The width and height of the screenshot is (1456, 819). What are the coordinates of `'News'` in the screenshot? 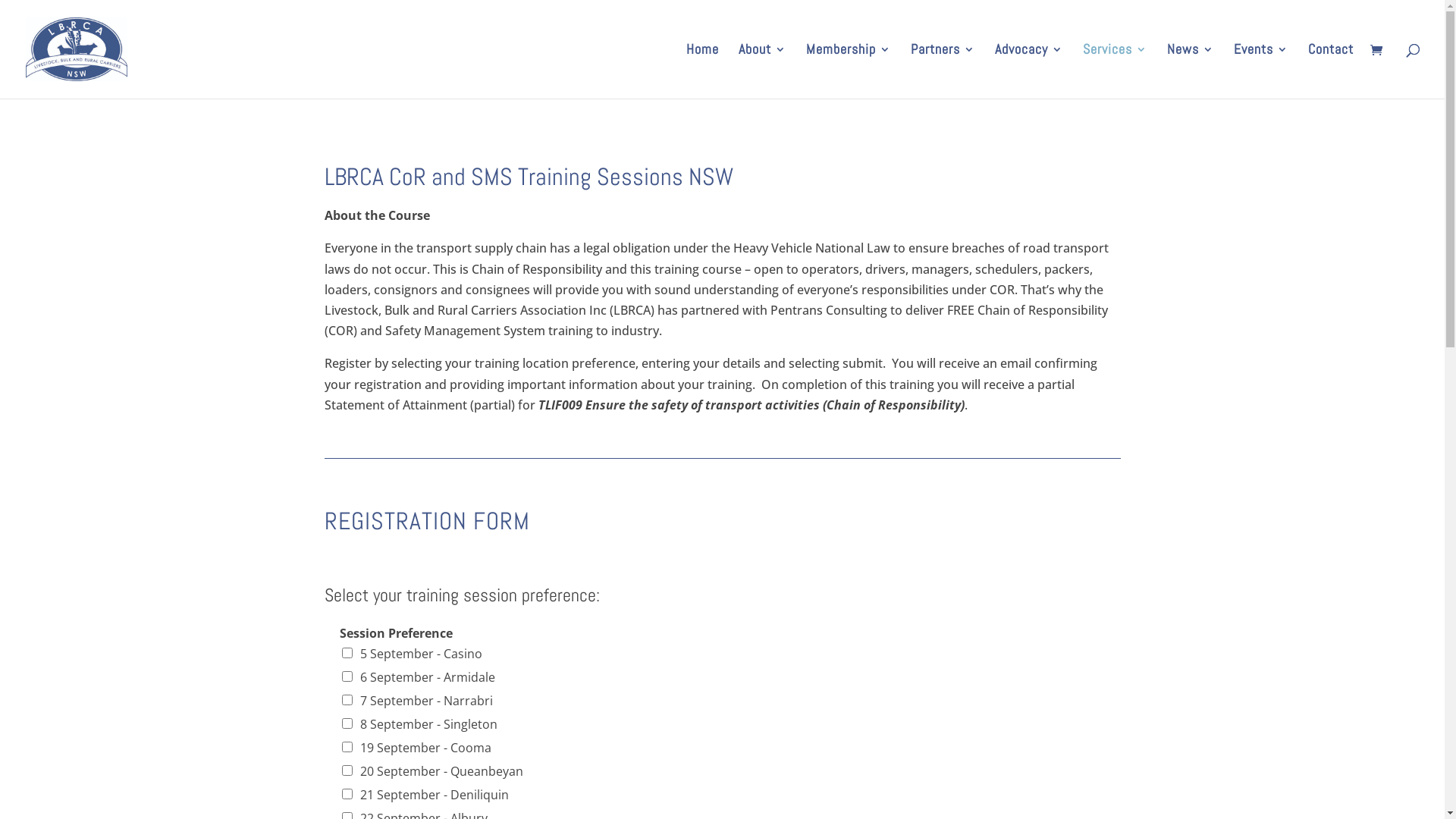 It's located at (1189, 71).